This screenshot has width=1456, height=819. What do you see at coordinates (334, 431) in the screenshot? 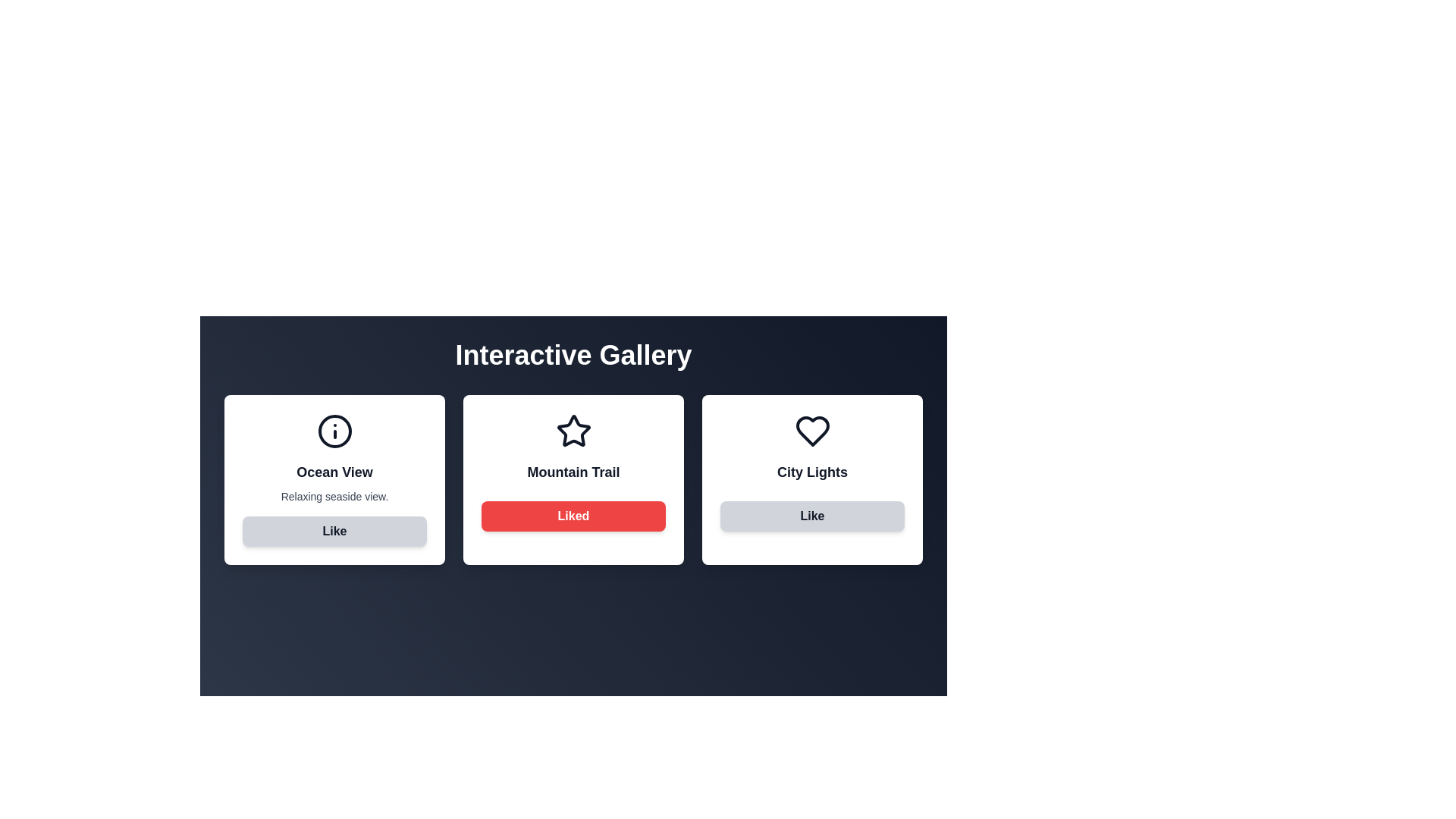
I see `the circular icon with an information symbol ('i') at its center, located above the card labeled 'Ocean View'` at bounding box center [334, 431].